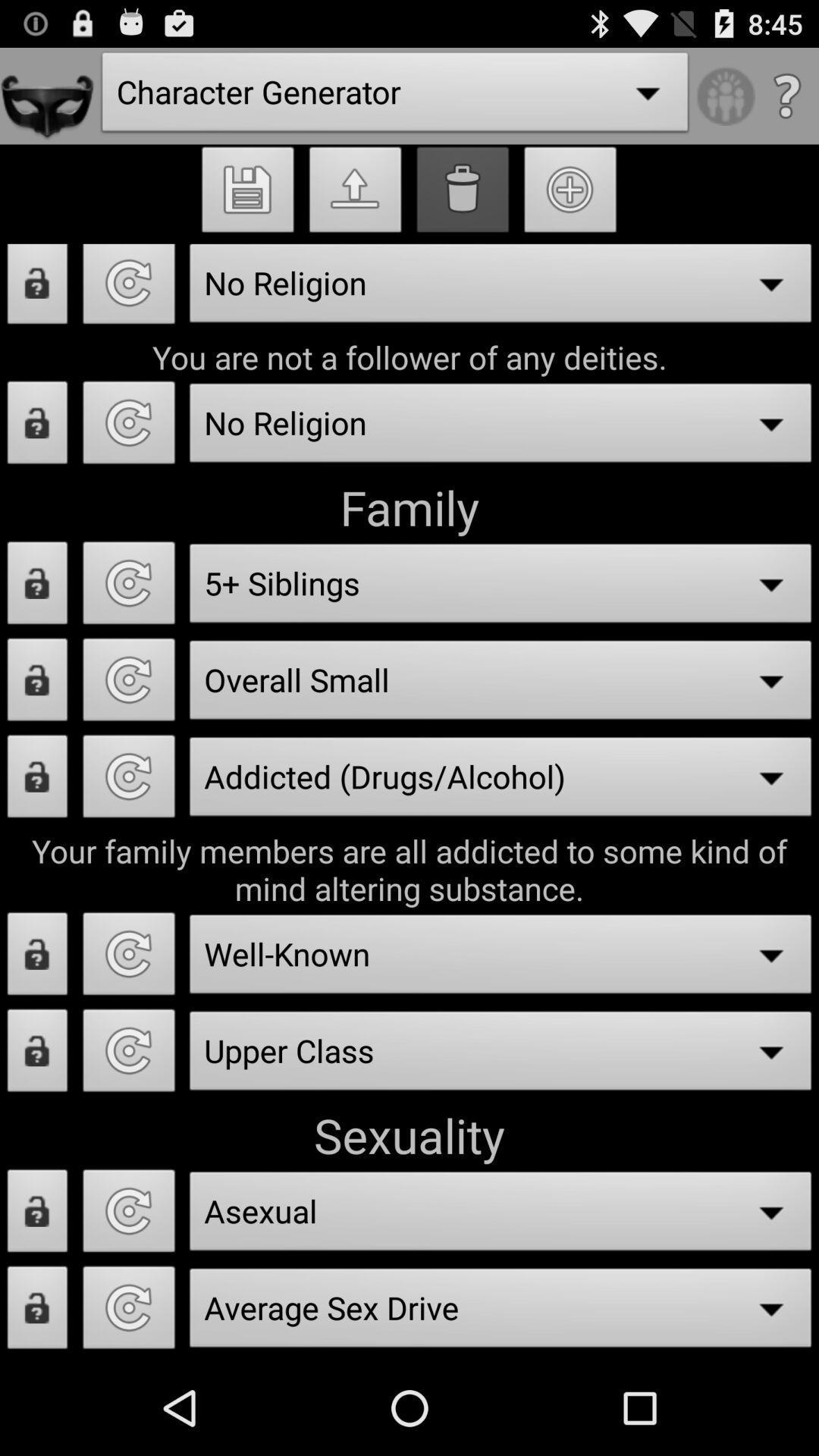 This screenshot has width=819, height=1456. Describe the element at coordinates (36, 1403) in the screenshot. I see `the lock icon` at that location.